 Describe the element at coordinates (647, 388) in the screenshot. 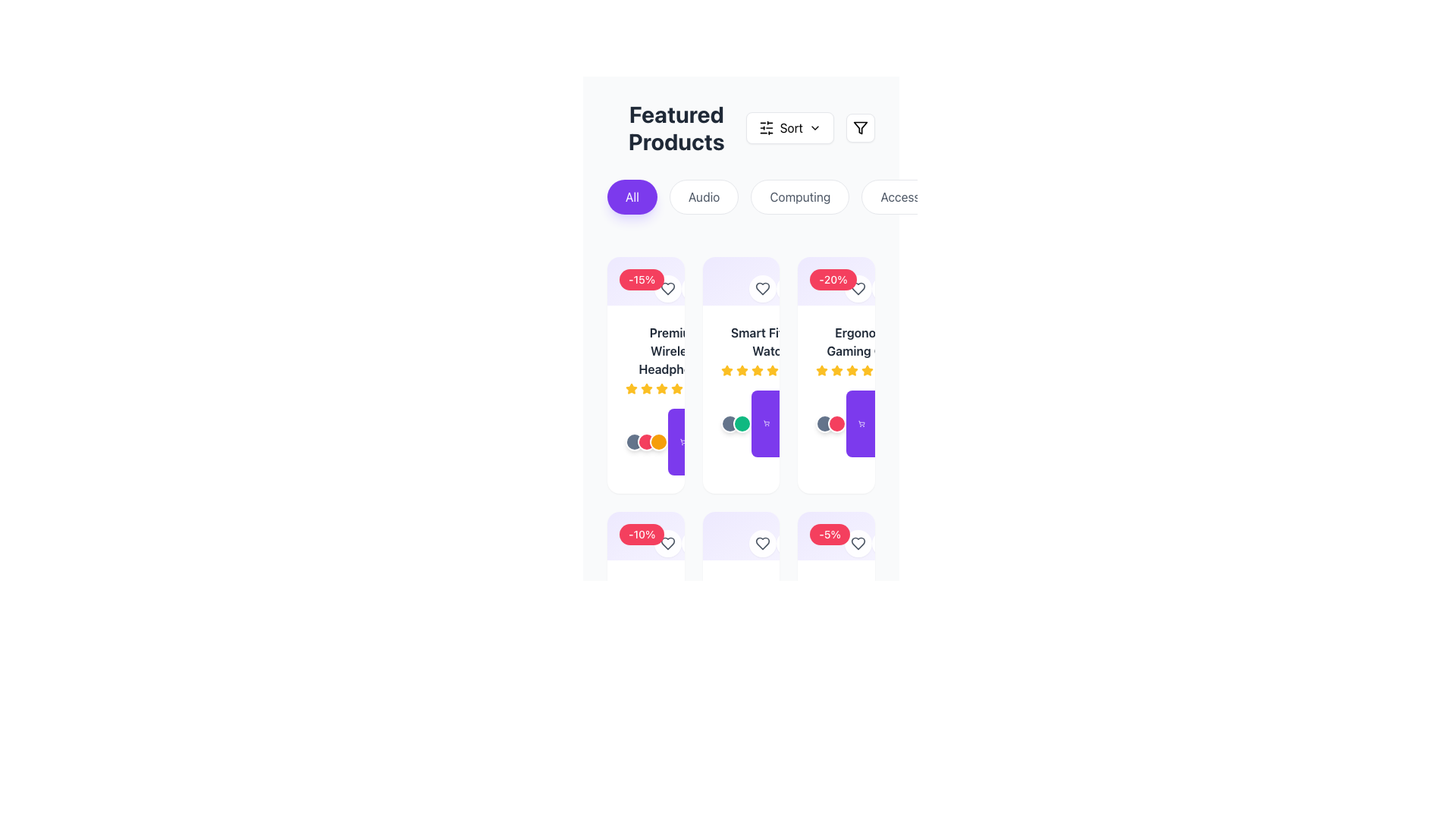

I see `the second star icon` at that location.